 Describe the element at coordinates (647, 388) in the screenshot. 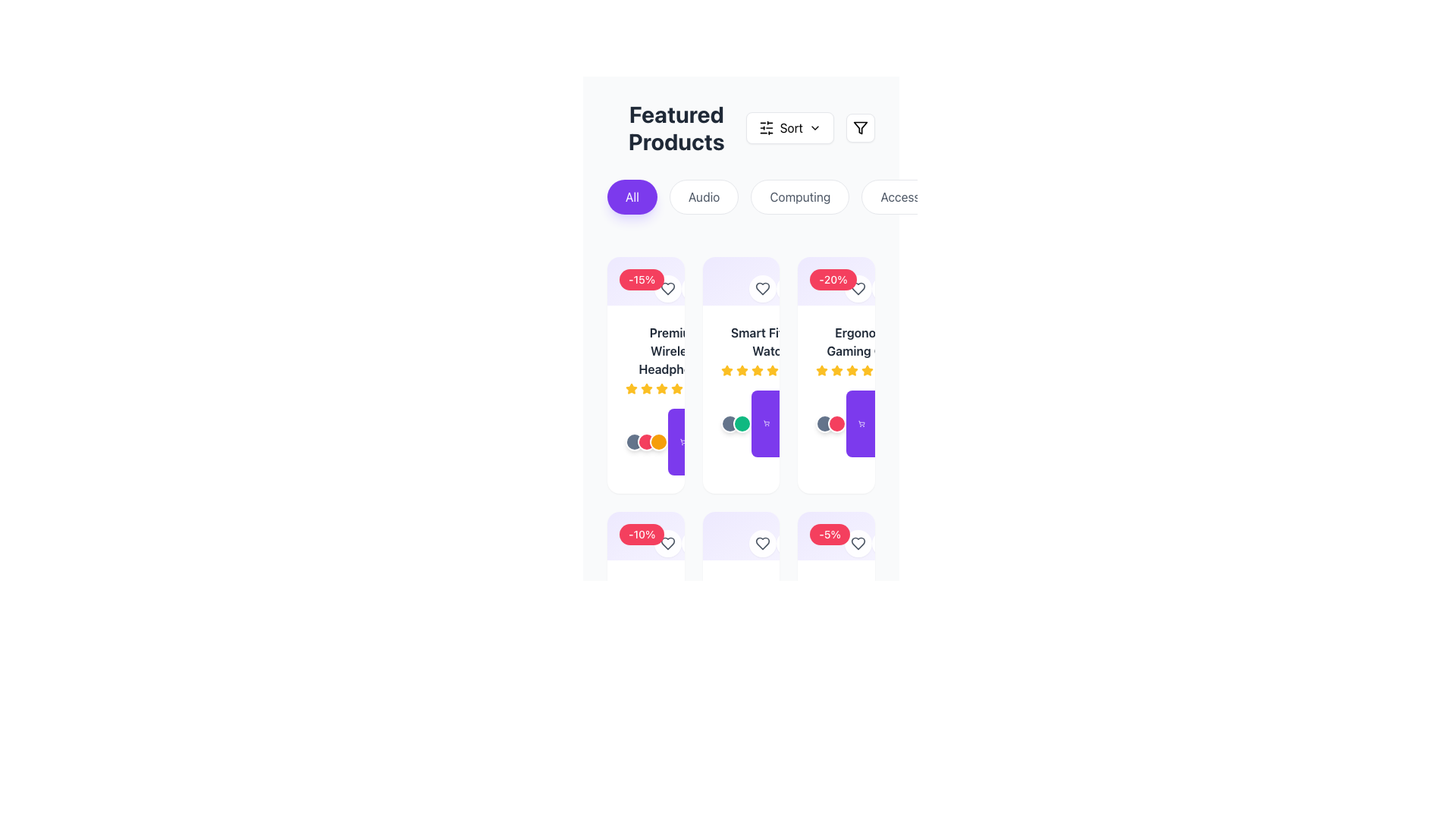

I see `the second star icon` at that location.